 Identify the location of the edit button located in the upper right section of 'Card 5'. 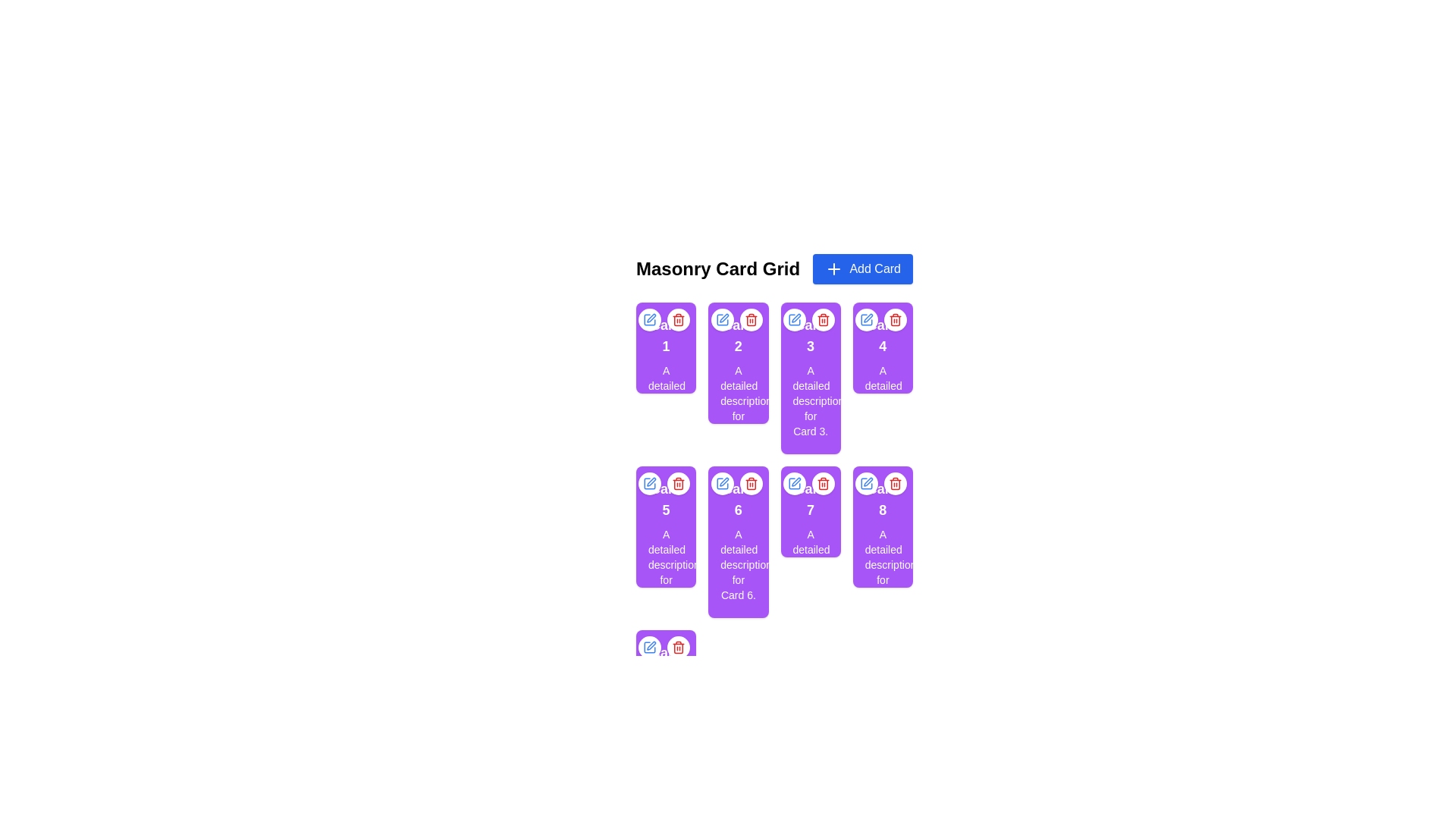
(664, 483).